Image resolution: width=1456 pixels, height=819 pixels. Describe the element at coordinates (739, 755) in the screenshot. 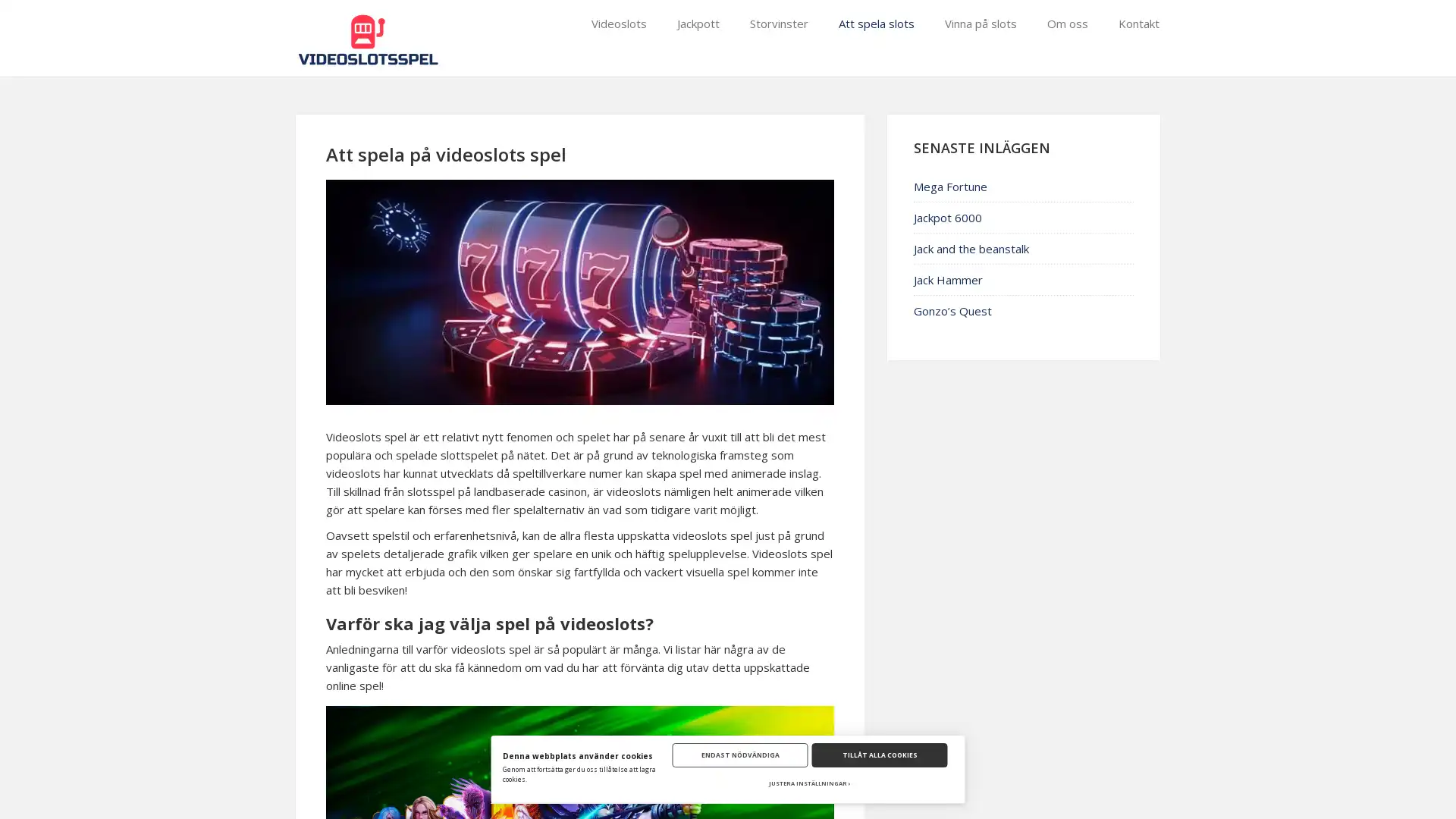

I see `ENDAST NODVANDIGA` at that location.